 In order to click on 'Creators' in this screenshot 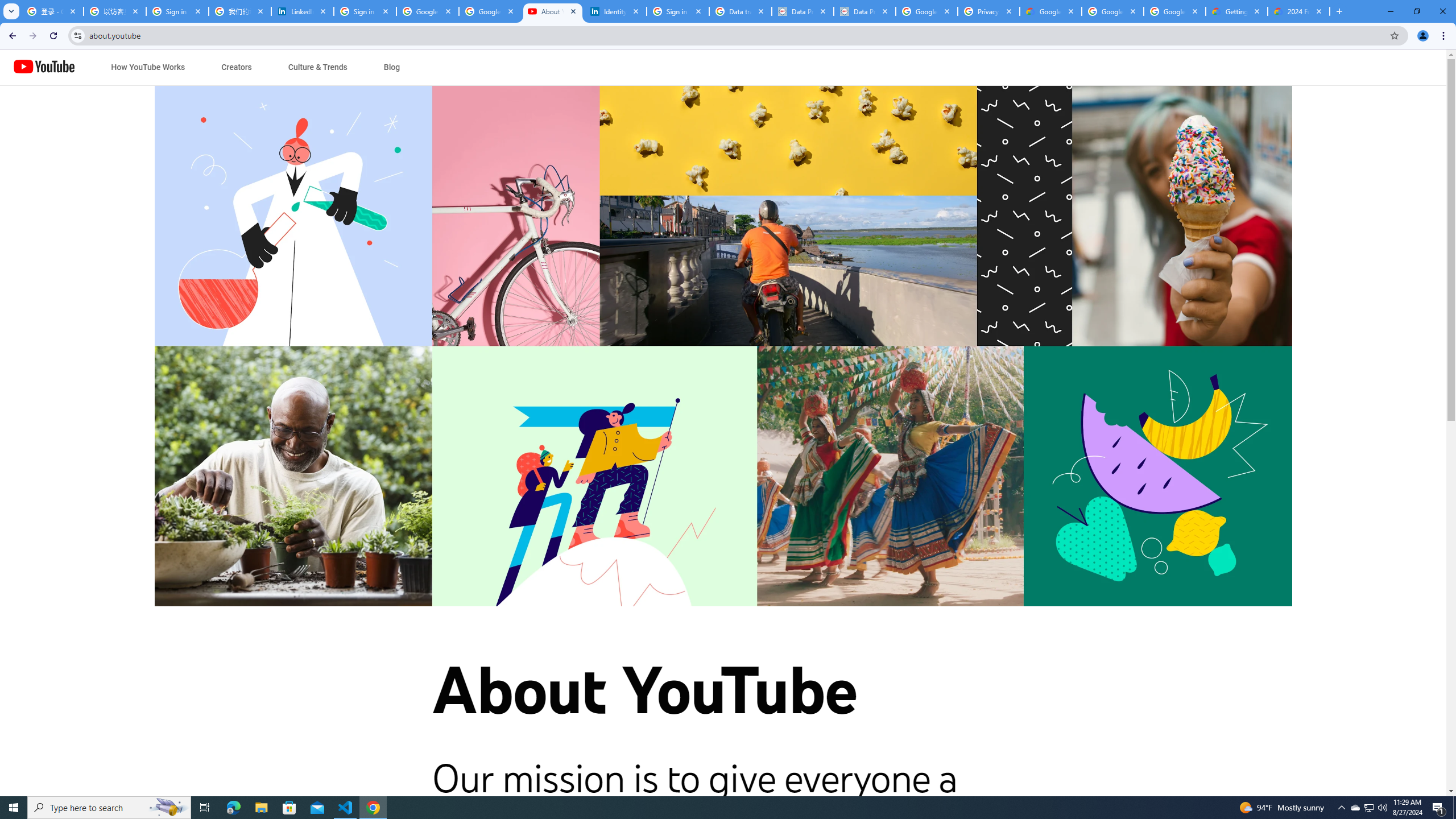, I will do `click(236, 67)`.